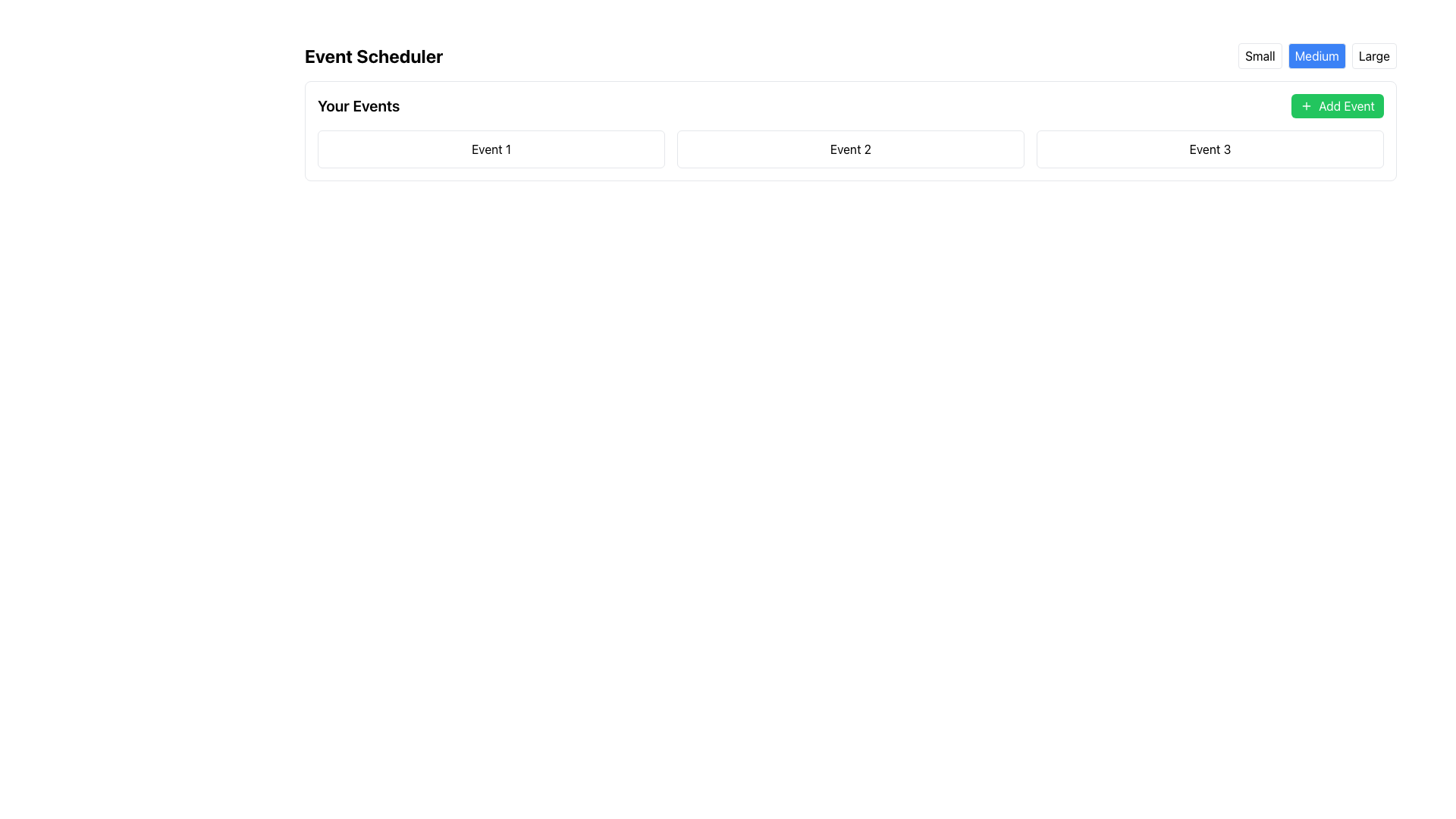  Describe the element at coordinates (1338, 105) in the screenshot. I see `the 'Add Event' button located at the top-right of the 'Your Events' section` at that location.